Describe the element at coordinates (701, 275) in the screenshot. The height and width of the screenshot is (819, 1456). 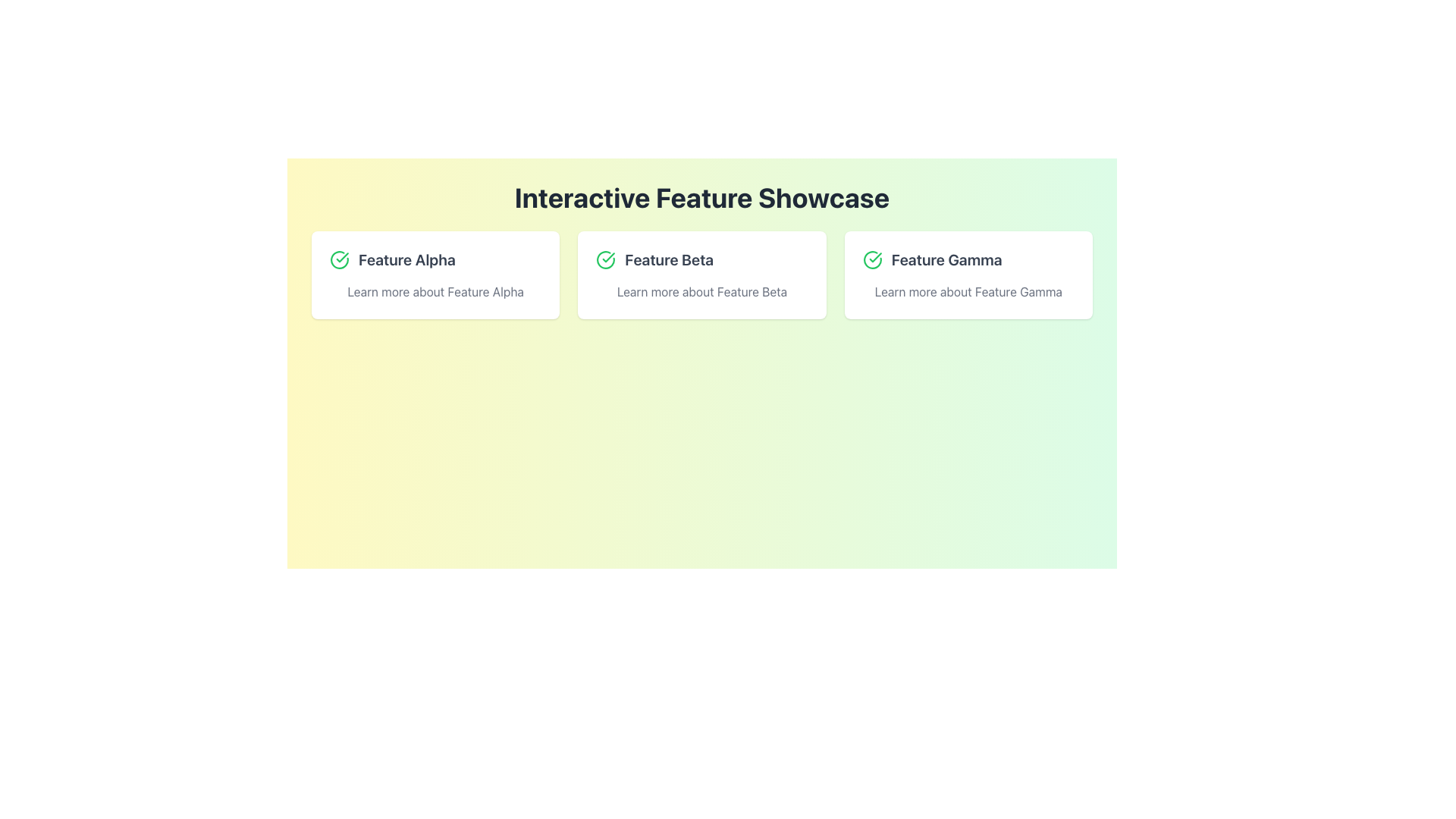
I see `the Informational Card that highlights the 'Feature Beta' functionality, positioned in the middle of the row of three feature cards` at that location.